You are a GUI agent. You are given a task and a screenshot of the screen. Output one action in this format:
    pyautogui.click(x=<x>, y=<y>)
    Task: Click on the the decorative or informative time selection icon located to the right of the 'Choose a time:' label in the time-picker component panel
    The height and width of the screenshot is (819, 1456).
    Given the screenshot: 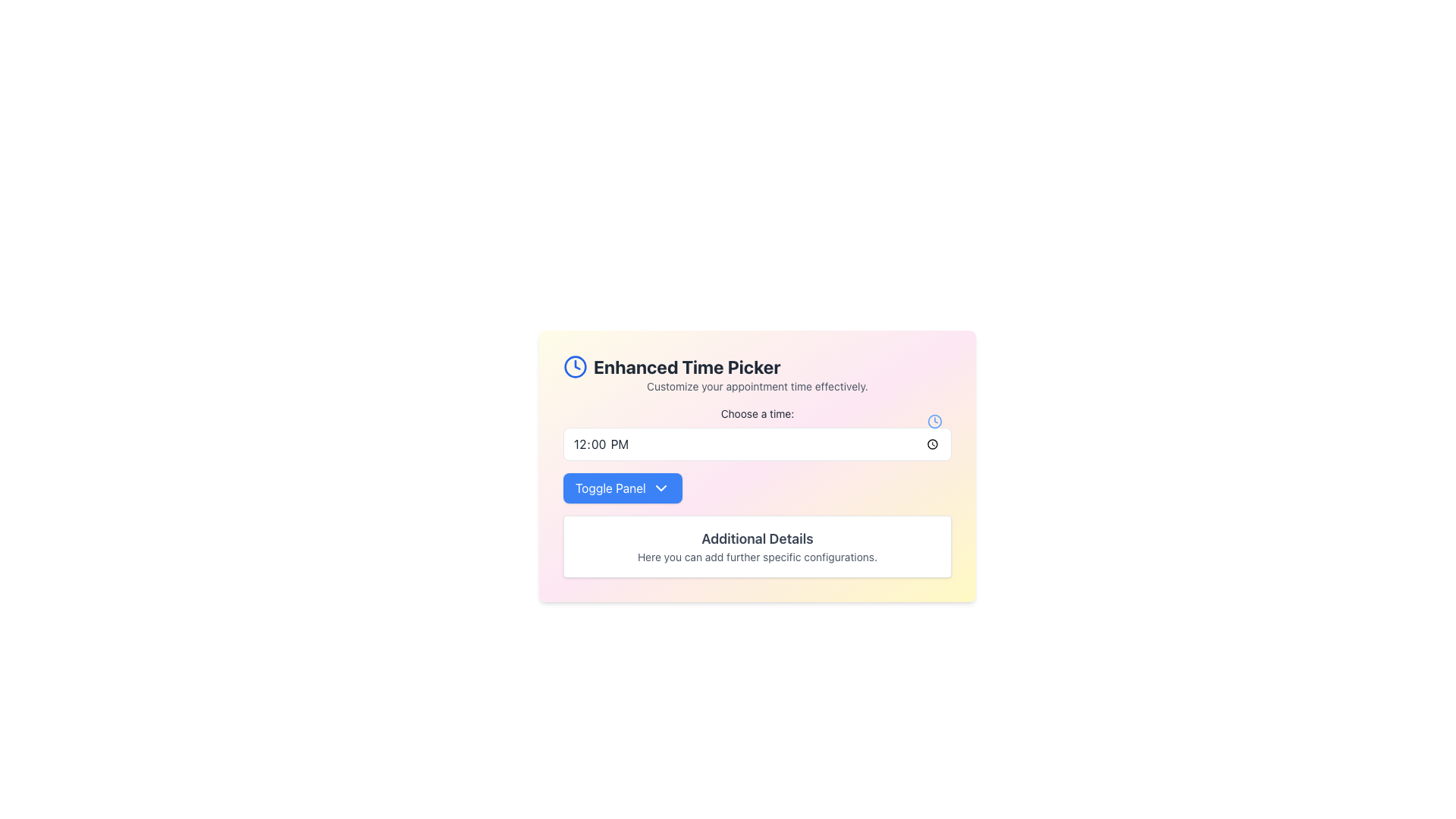 What is the action you would take?
    pyautogui.click(x=934, y=421)
    